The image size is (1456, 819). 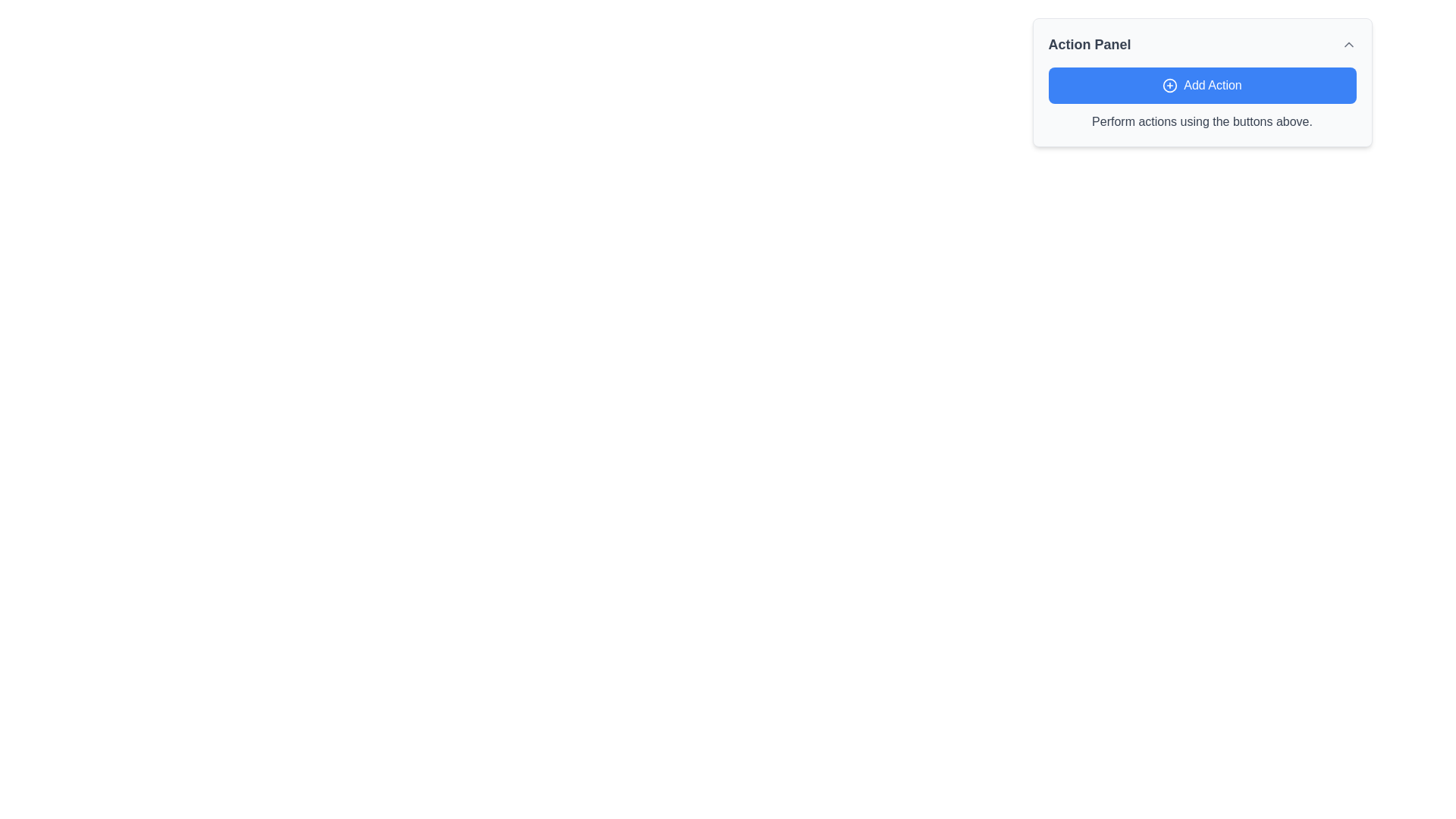 What do you see at coordinates (1201, 121) in the screenshot?
I see `the text element displaying the message 'Perform actions using the buttons above.' which is located below the 'Add Action' button and is centered in gray font` at bounding box center [1201, 121].